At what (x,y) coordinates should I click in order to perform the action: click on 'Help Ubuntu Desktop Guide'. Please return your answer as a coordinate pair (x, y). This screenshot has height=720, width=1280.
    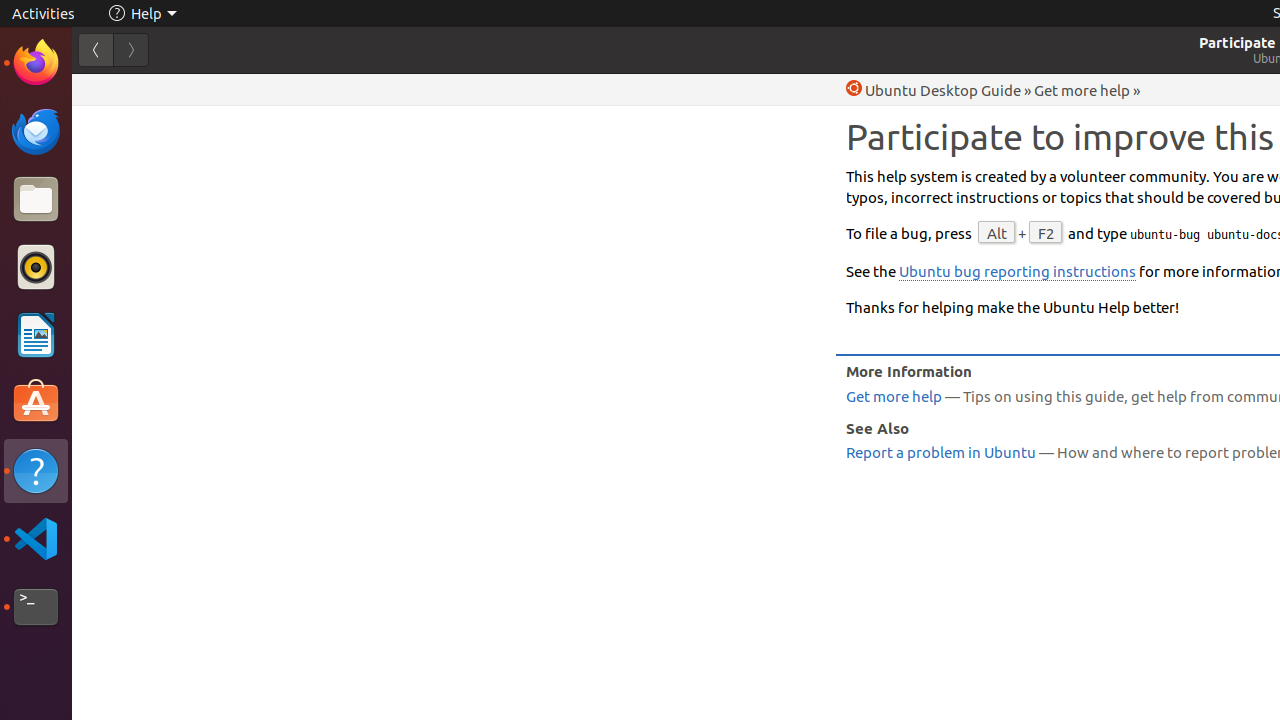
    Looking at the image, I should click on (932, 88).